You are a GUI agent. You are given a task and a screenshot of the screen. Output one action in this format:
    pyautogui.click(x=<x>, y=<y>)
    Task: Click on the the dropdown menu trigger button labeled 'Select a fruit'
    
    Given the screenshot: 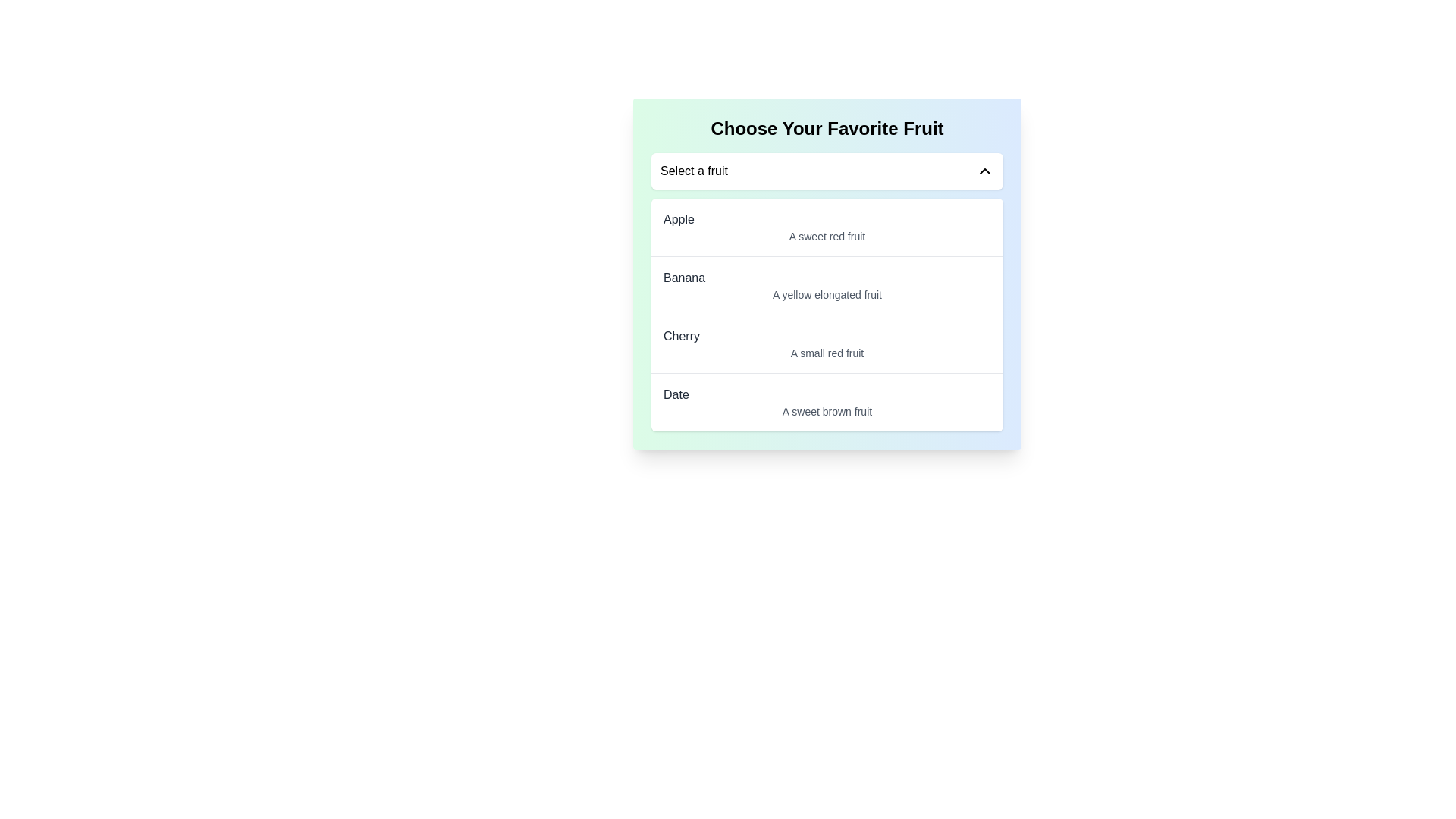 What is the action you would take?
    pyautogui.click(x=826, y=171)
    